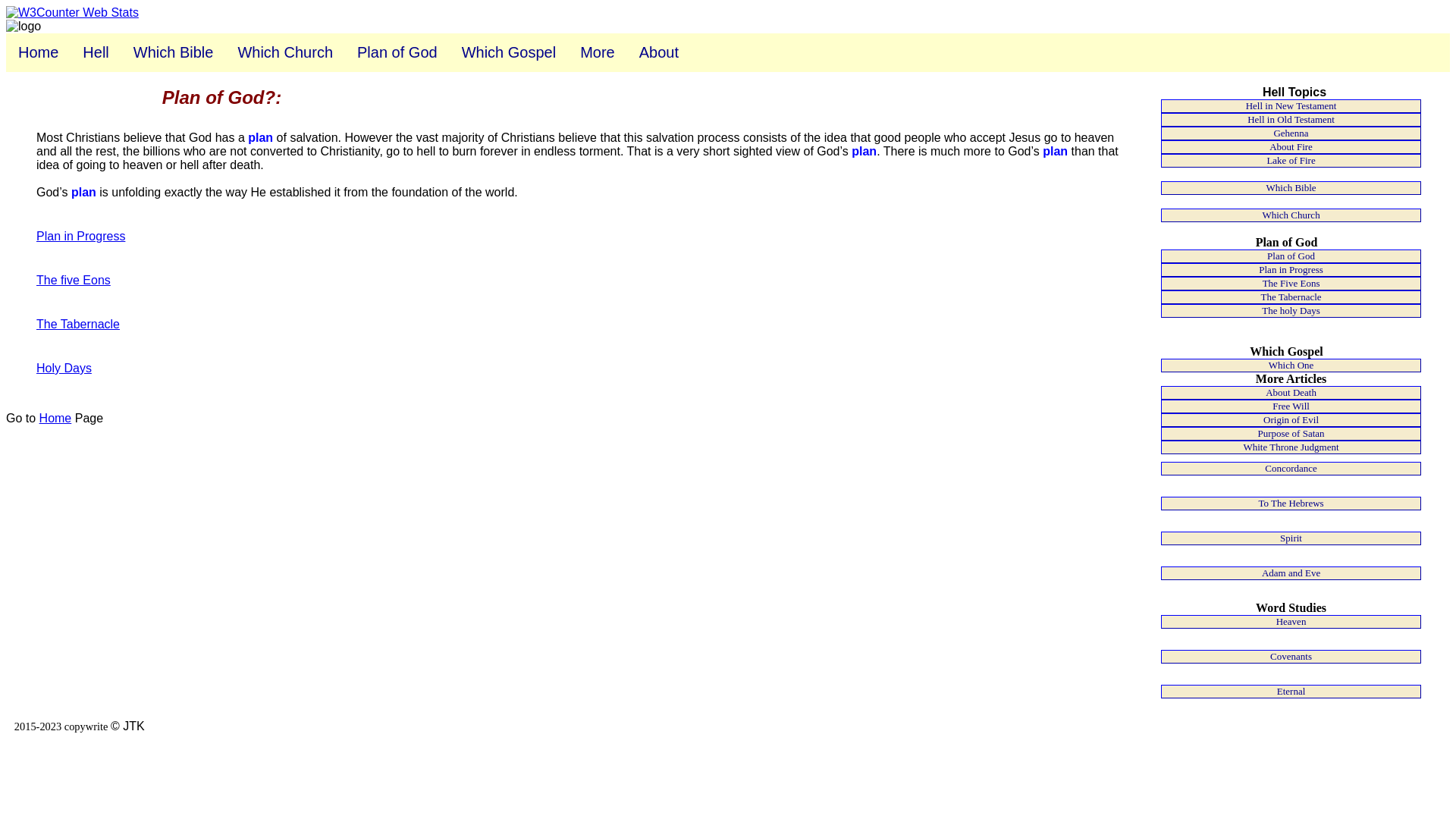 The image size is (1456, 819). Describe the element at coordinates (1160, 284) in the screenshot. I see `'The Five Eons'` at that location.